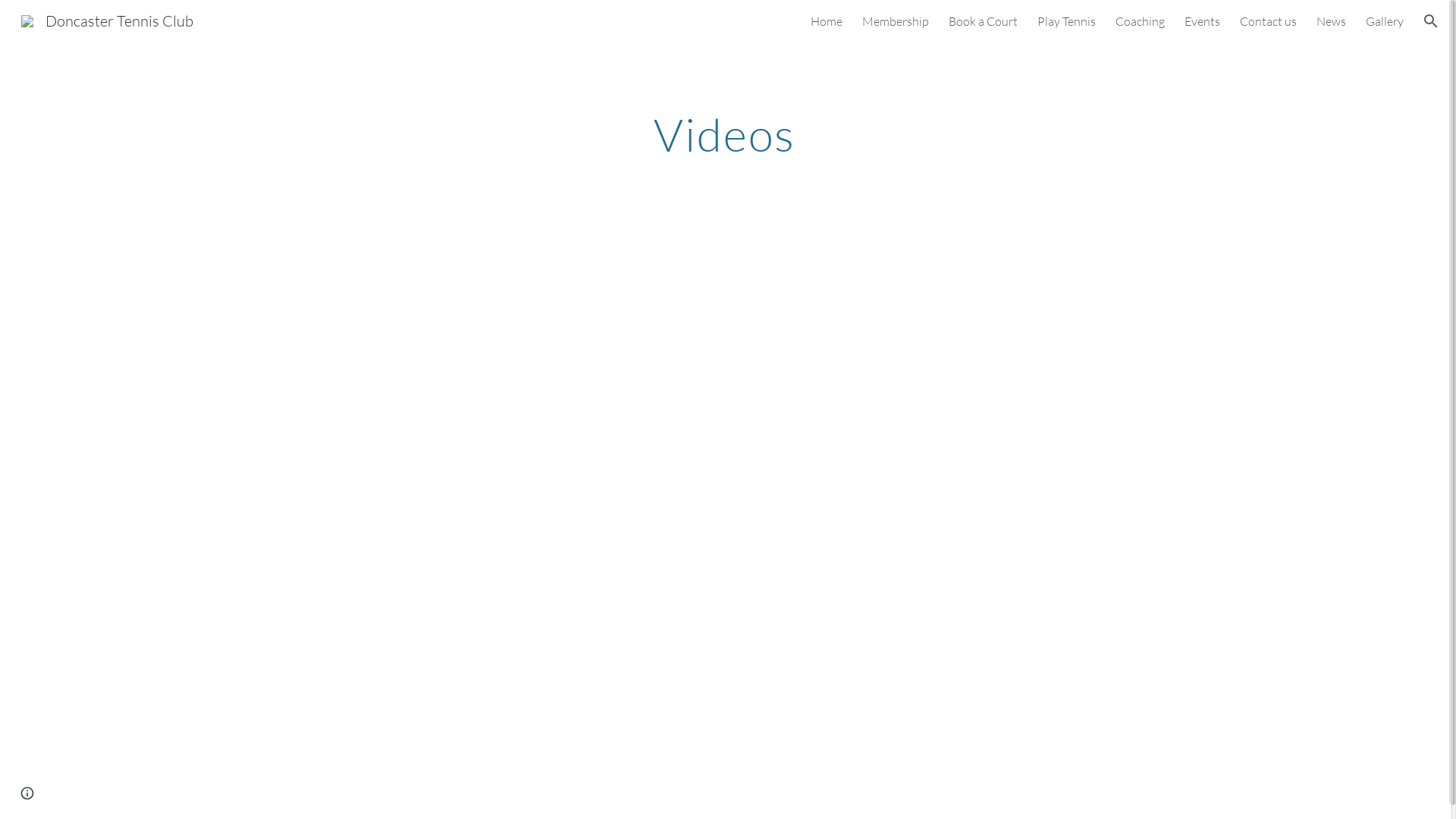 The height and width of the screenshot is (819, 1456). I want to click on 'Doncaster Tennis Club', so click(106, 19).